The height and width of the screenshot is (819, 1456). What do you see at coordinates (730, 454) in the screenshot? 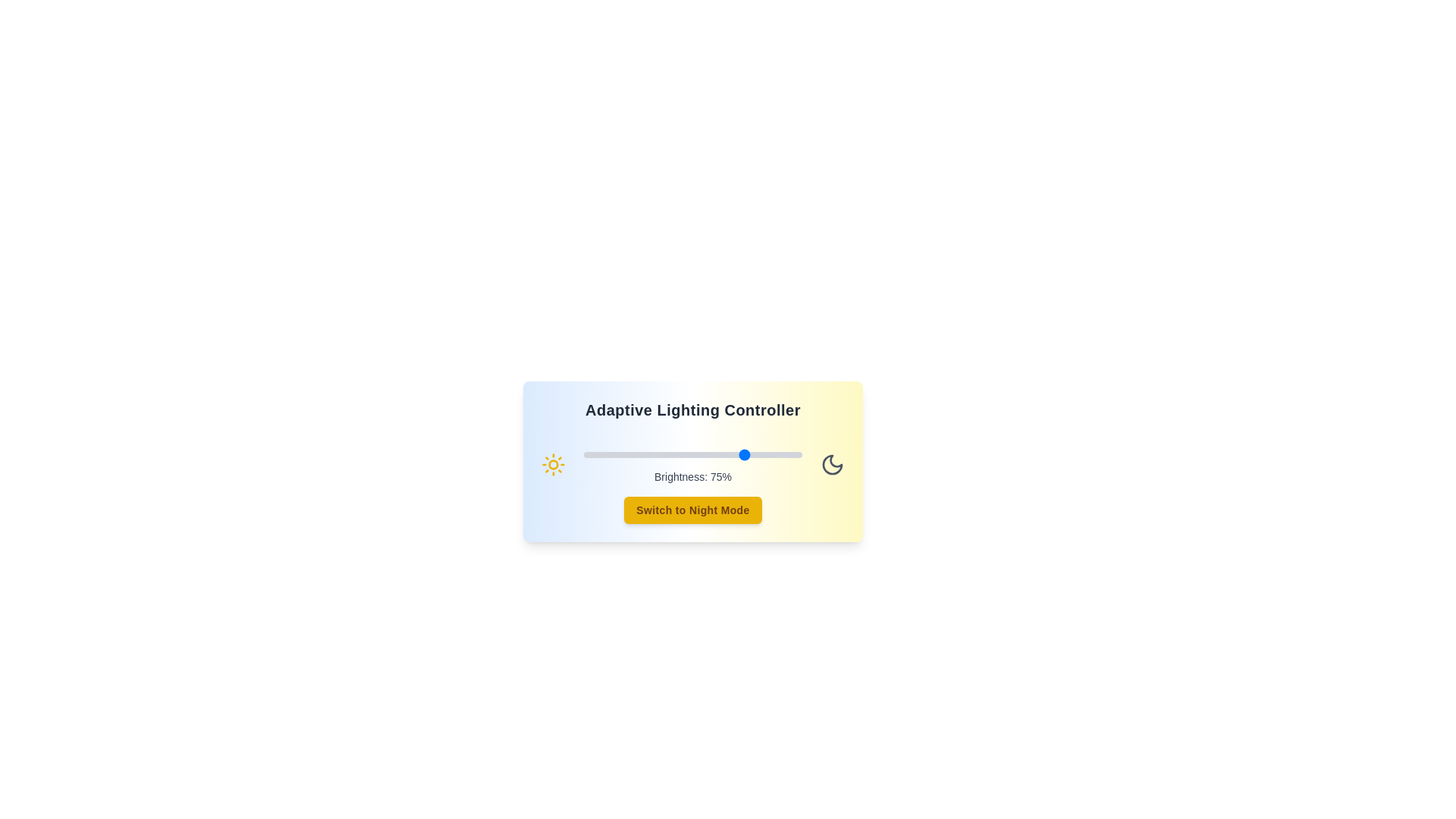
I see `the brightness level` at bounding box center [730, 454].